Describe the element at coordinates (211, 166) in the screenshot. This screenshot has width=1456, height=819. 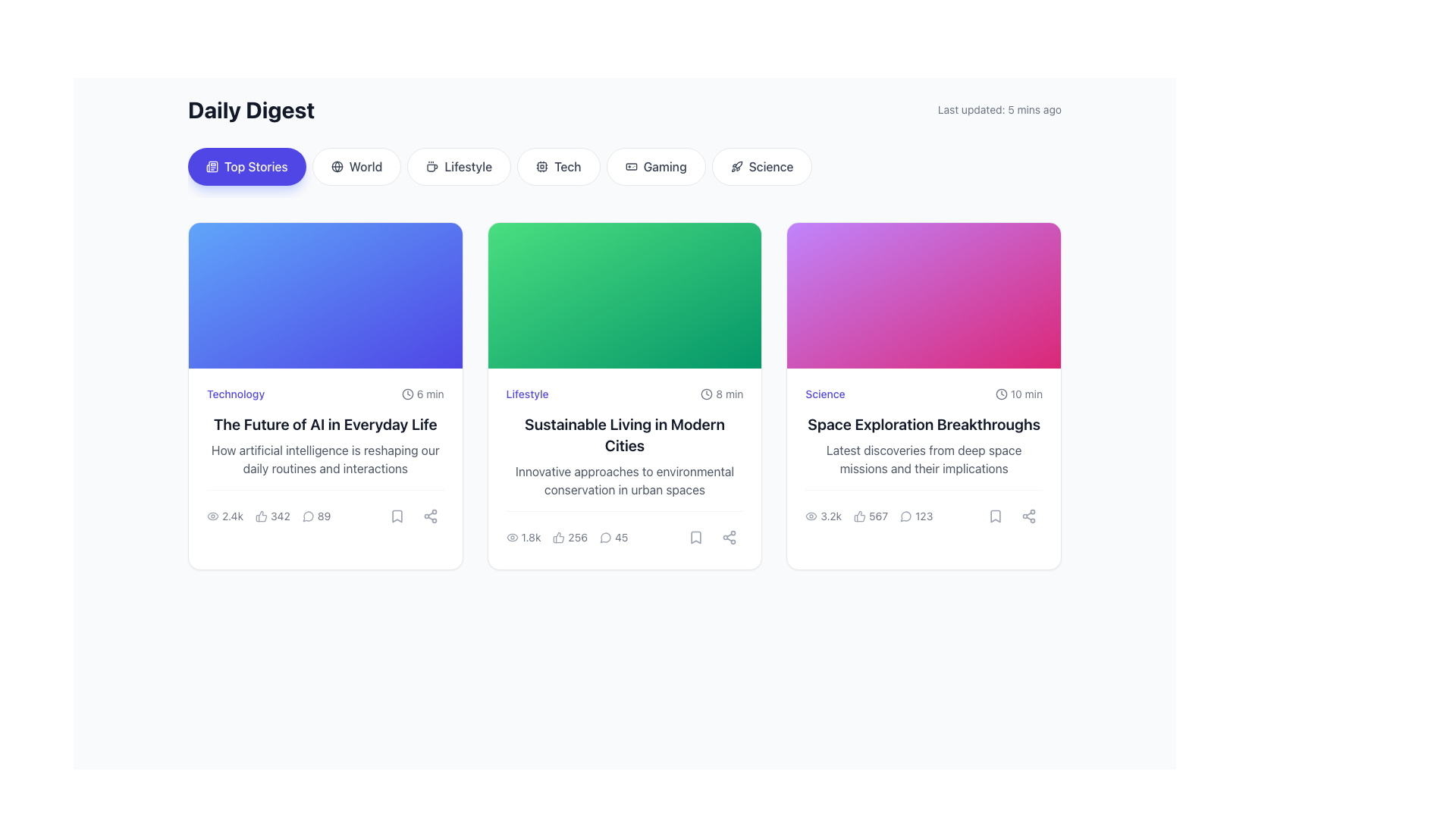
I see `the decorative icon within the 'Top Stories' button, which signifies news or recent articles` at that location.